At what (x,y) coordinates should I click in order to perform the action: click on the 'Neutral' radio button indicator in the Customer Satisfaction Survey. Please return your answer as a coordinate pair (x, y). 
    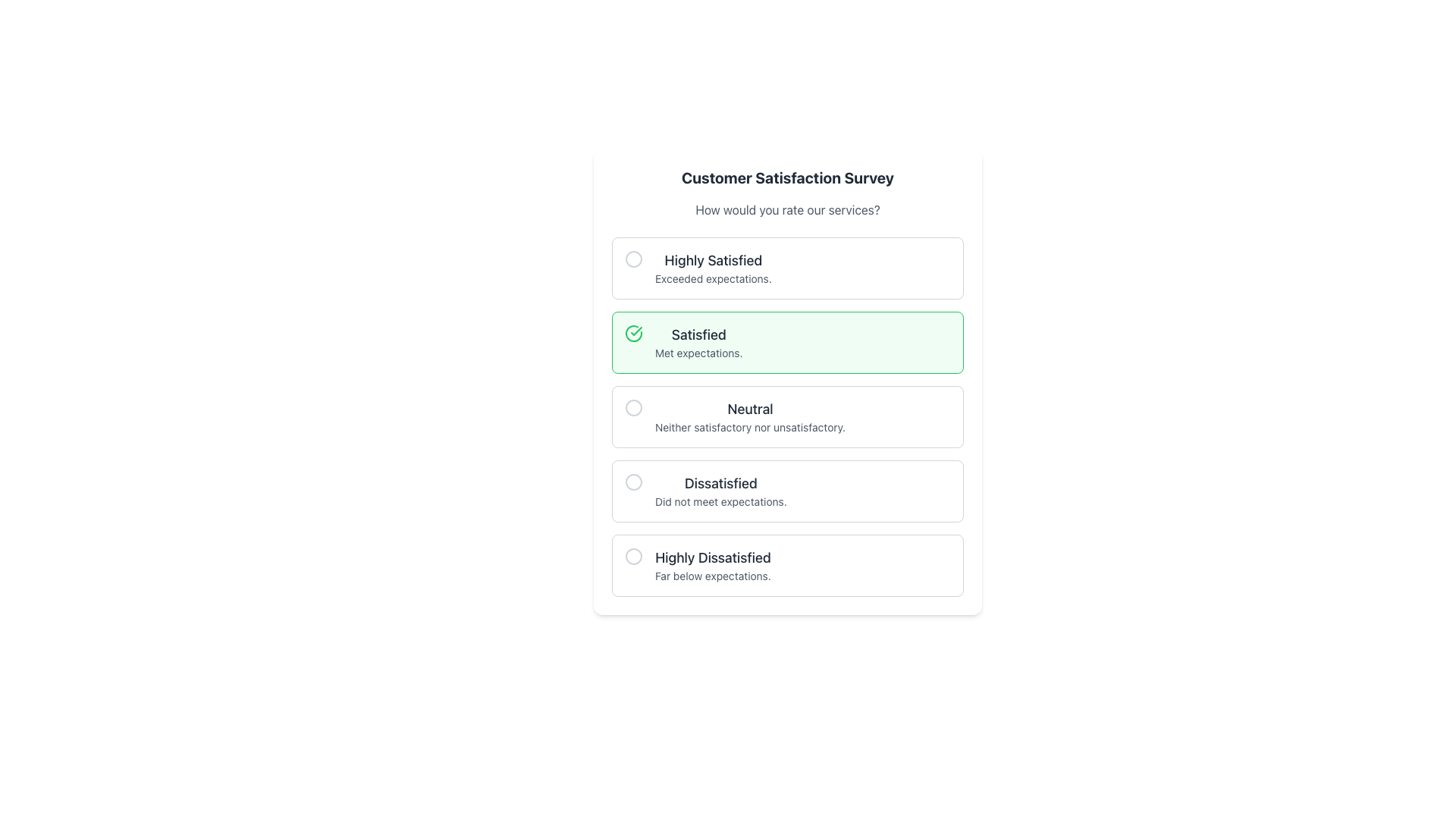
    Looking at the image, I should click on (633, 406).